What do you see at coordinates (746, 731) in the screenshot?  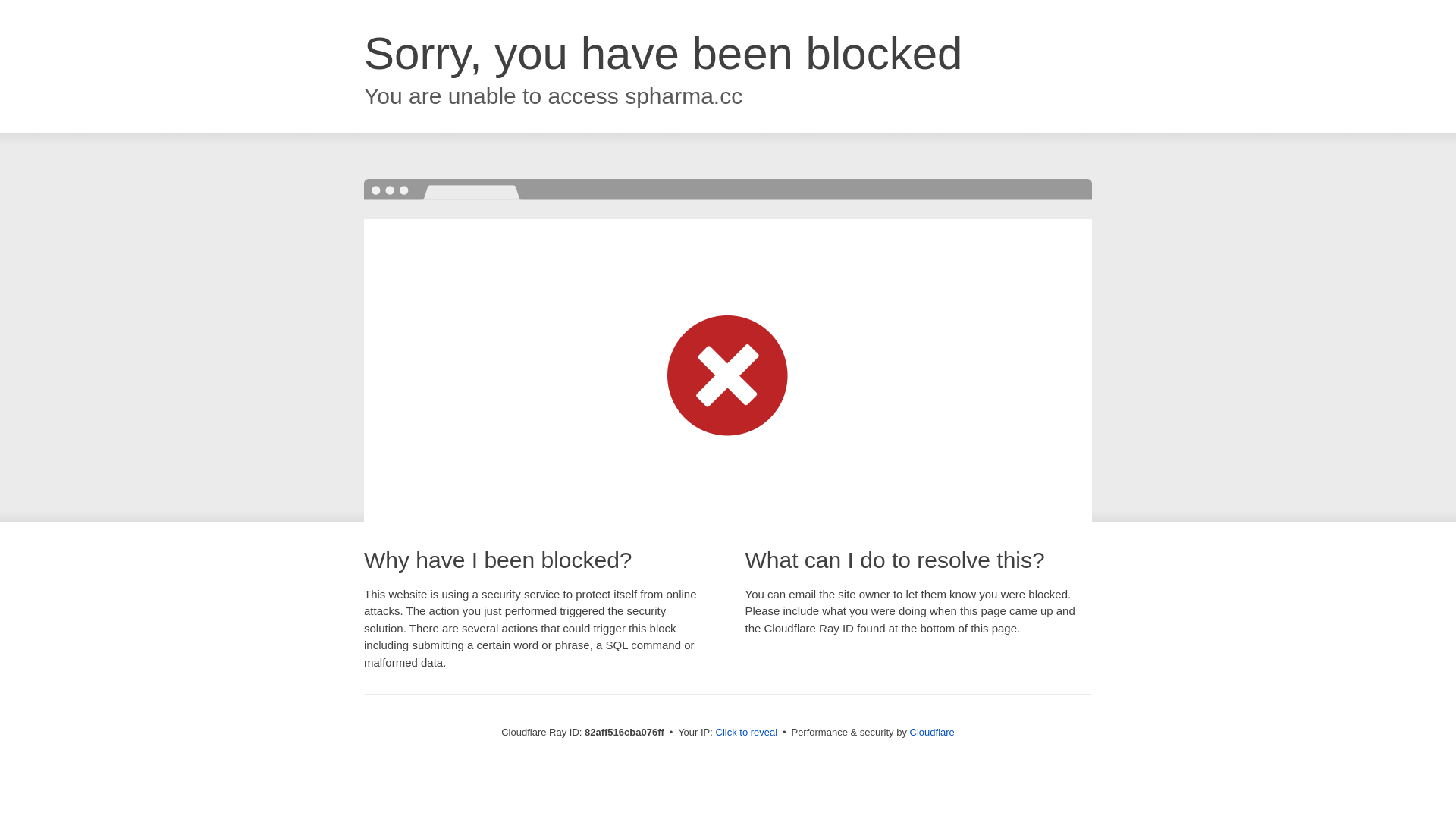 I see `'Click to reveal'` at bounding box center [746, 731].